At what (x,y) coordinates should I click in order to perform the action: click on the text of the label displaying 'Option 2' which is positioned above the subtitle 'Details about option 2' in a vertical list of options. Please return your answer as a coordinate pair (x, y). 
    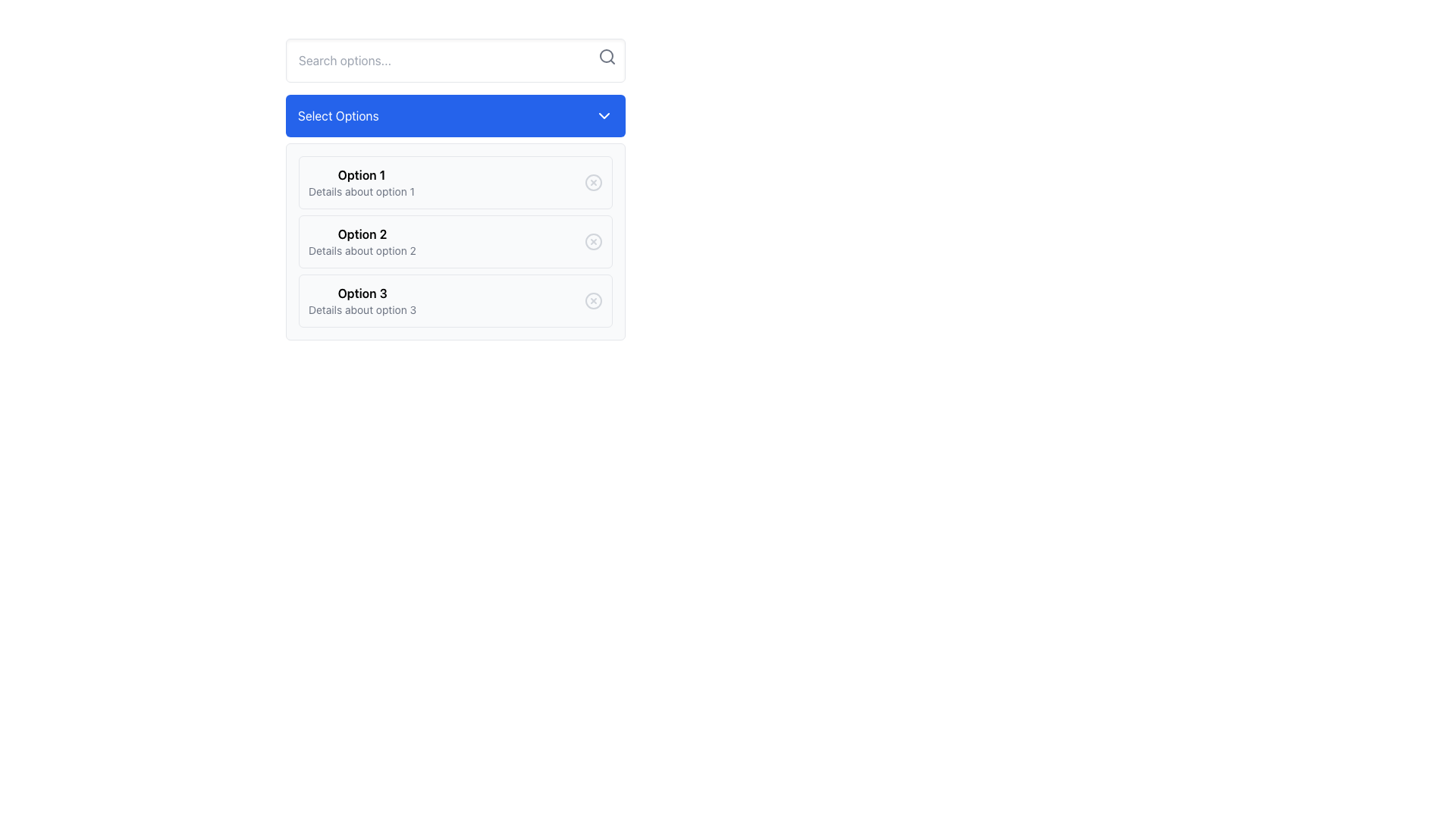
    Looking at the image, I should click on (361, 234).